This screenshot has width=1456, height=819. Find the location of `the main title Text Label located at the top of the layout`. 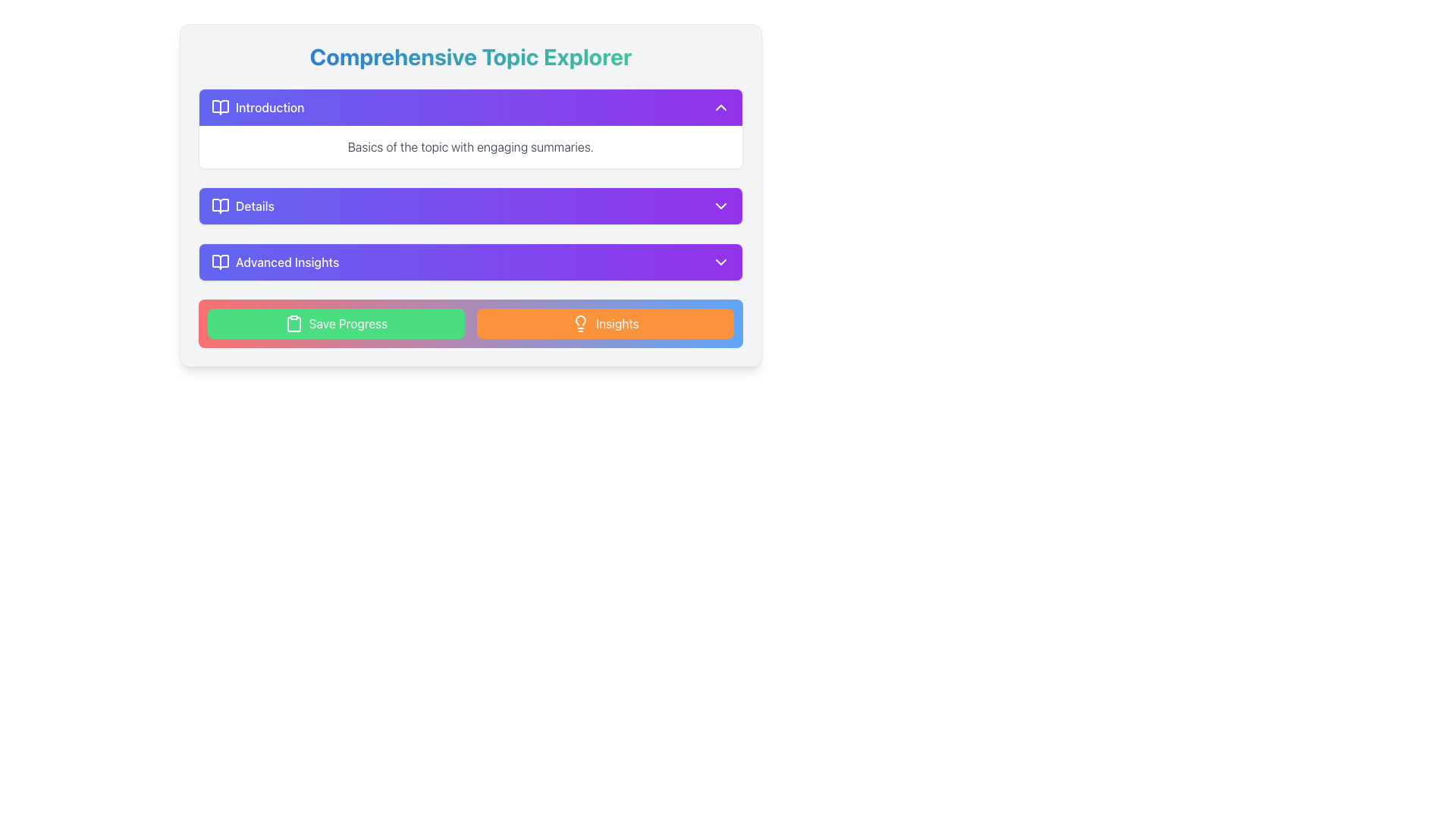

the main title Text Label located at the top of the layout is located at coordinates (469, 55).